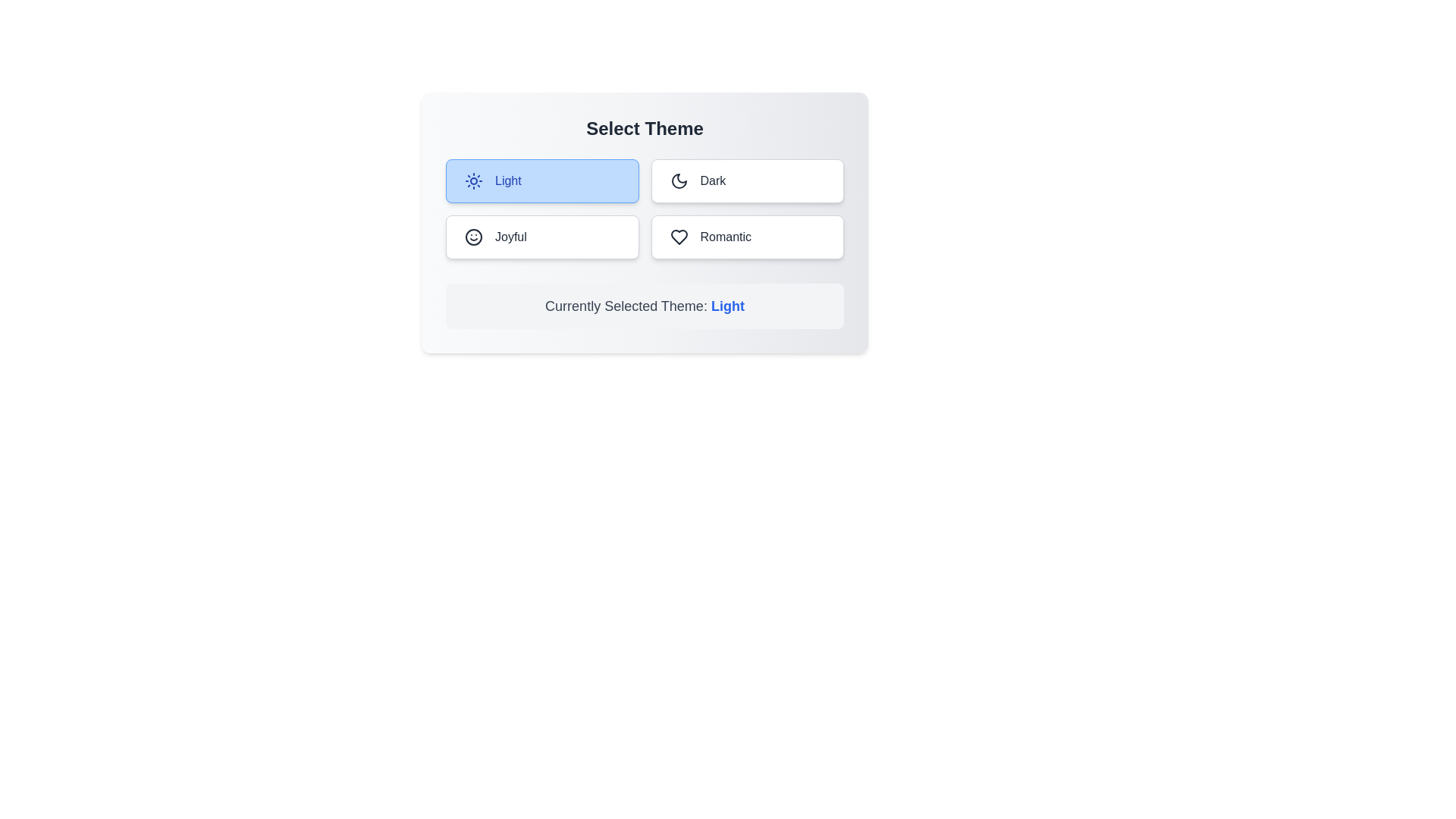 This screenshot has width=1456, height=819. I want to click on the theme Dark by clicking on the corresponding button, so click(747, 180).